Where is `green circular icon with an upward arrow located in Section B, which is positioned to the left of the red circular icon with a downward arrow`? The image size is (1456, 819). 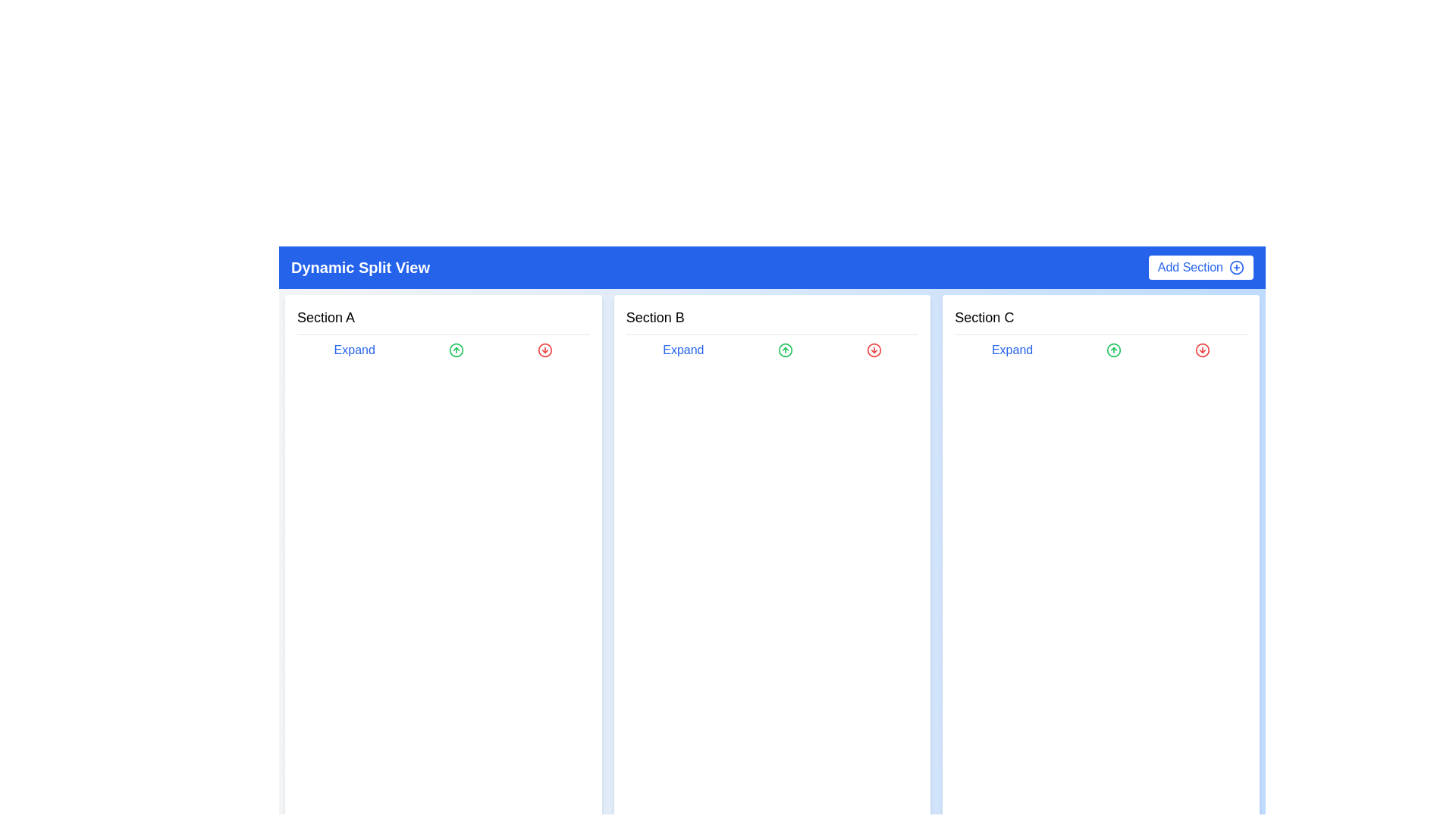
green circular icon with an upward arrow located in Section B, which is positioned to the left of the red circular icon with a downward arrow is located at coordinates (785, 350).